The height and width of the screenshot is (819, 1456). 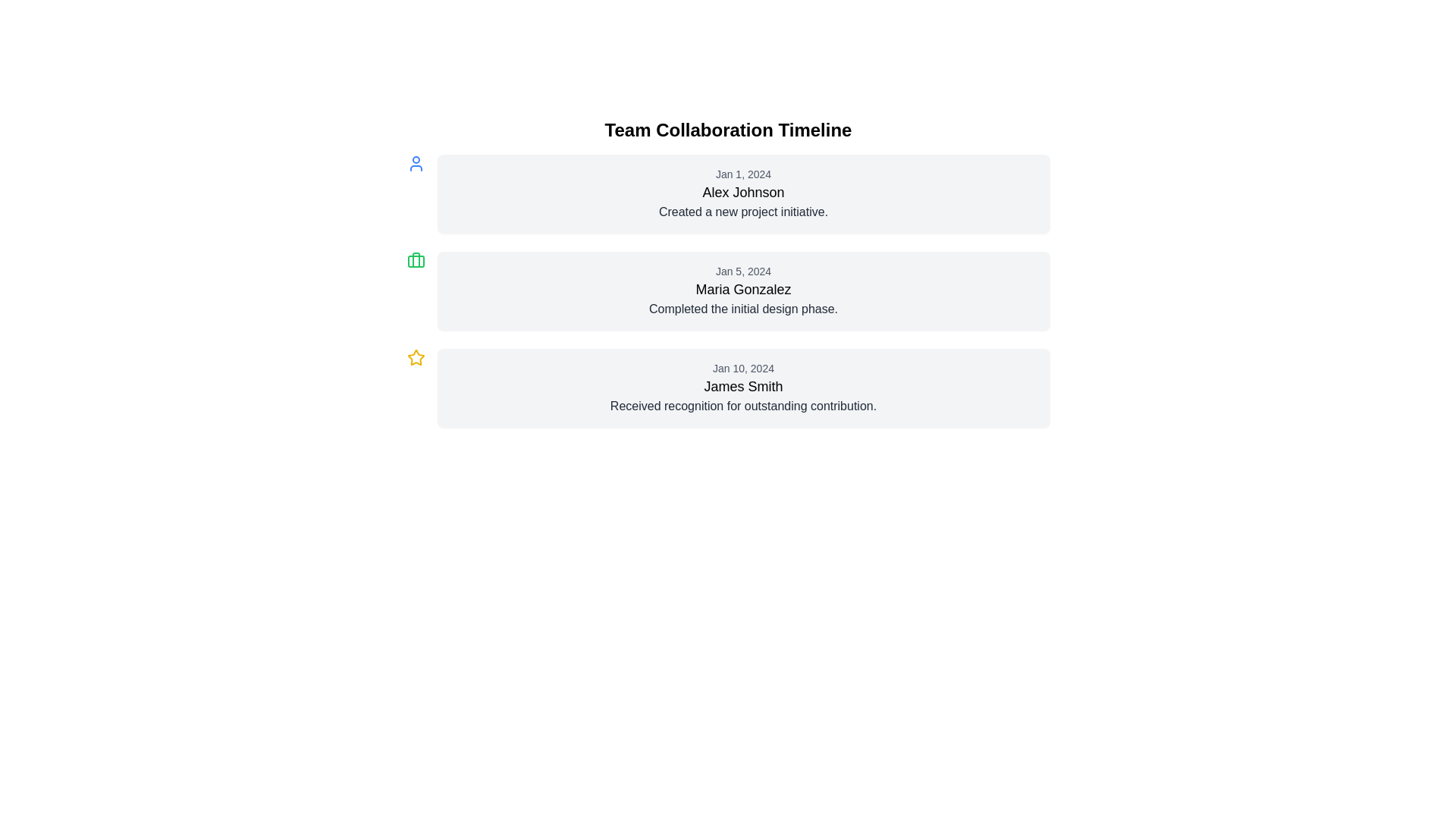 I want to click on the third timeline entry block in the team collaboration timeline that details a specific event, individual, and date, so click(x=743, y=388).